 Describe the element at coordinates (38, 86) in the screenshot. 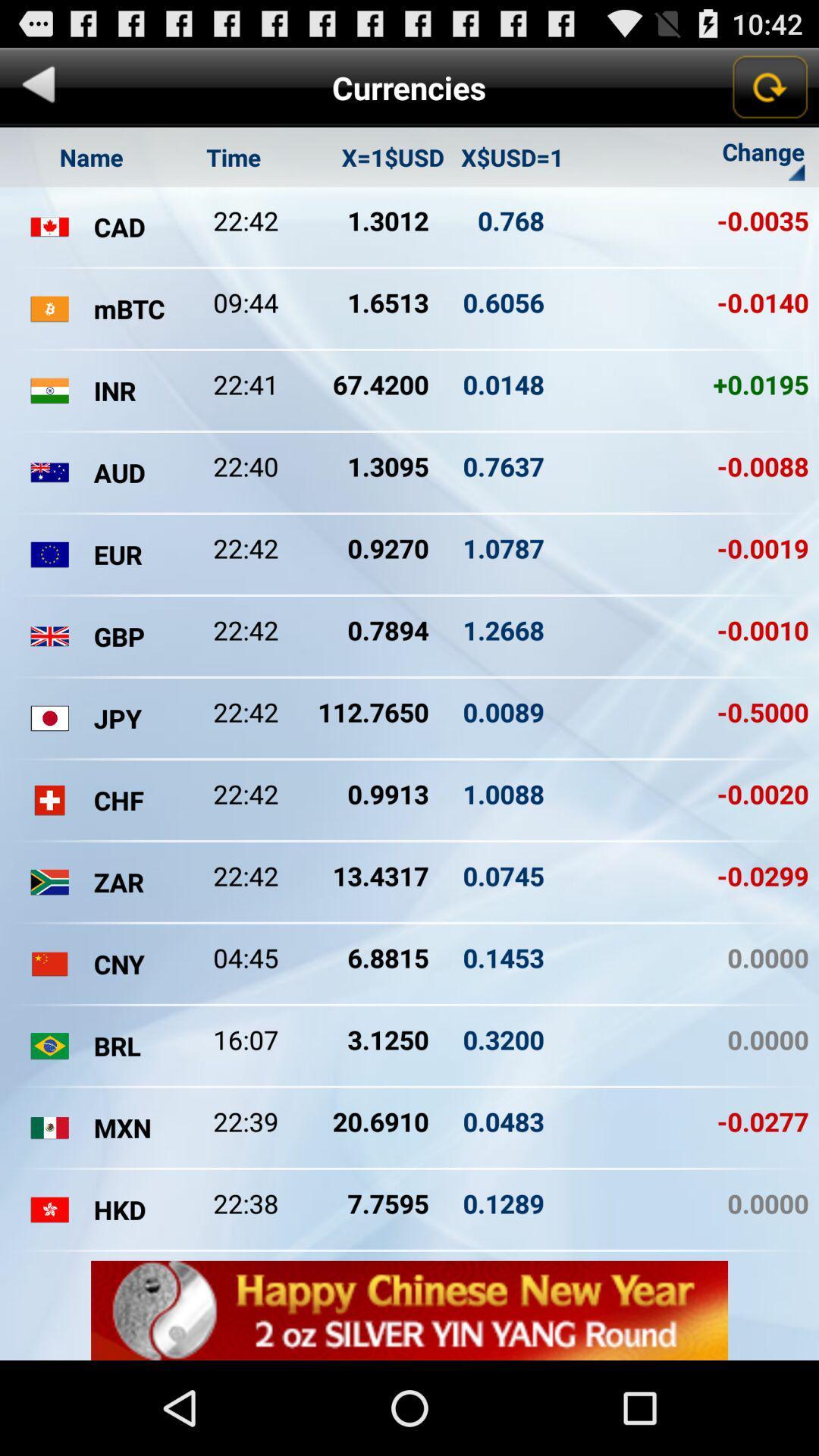

I see `play` at that location.